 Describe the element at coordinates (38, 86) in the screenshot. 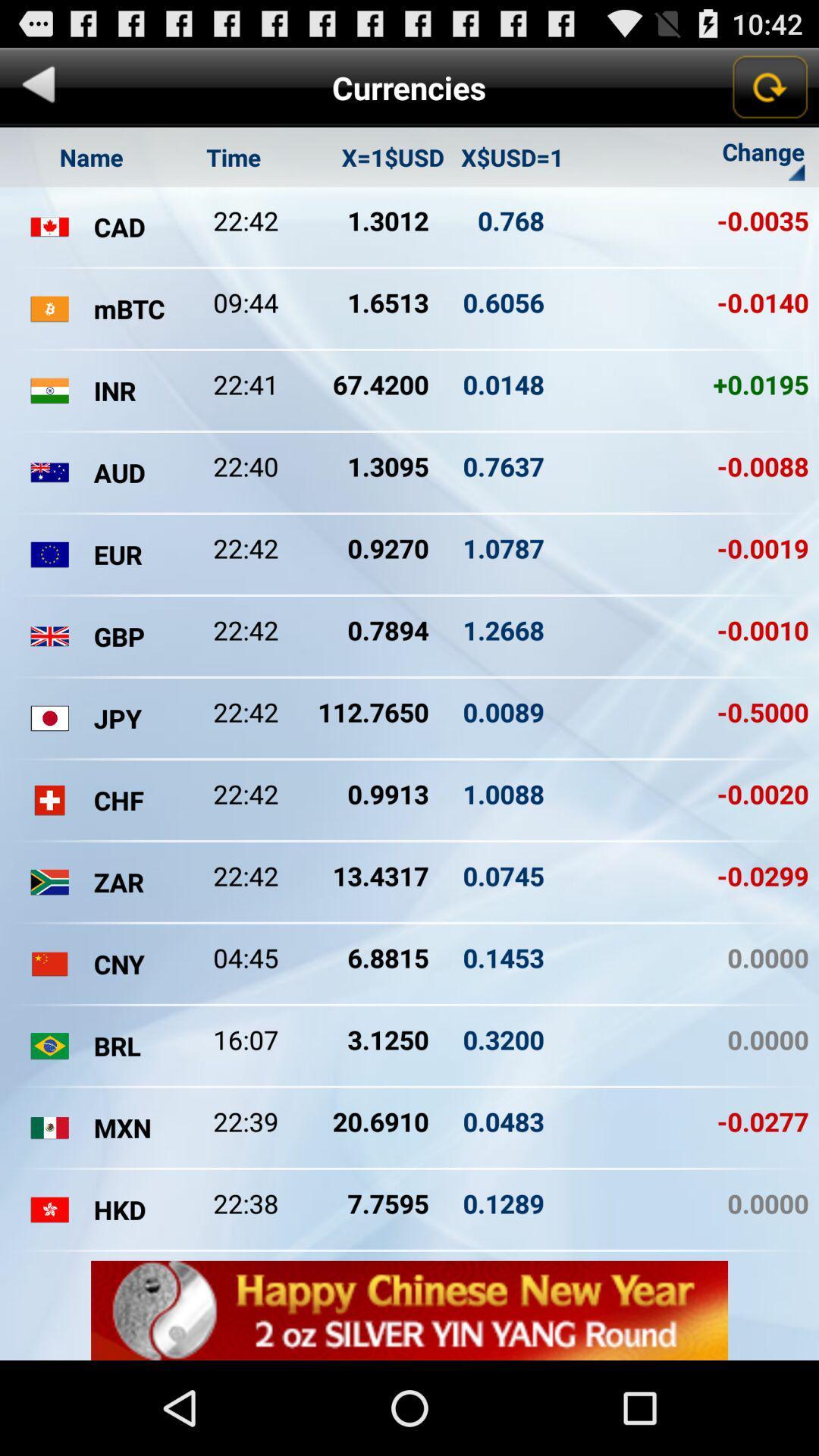

I see `play` at that location.